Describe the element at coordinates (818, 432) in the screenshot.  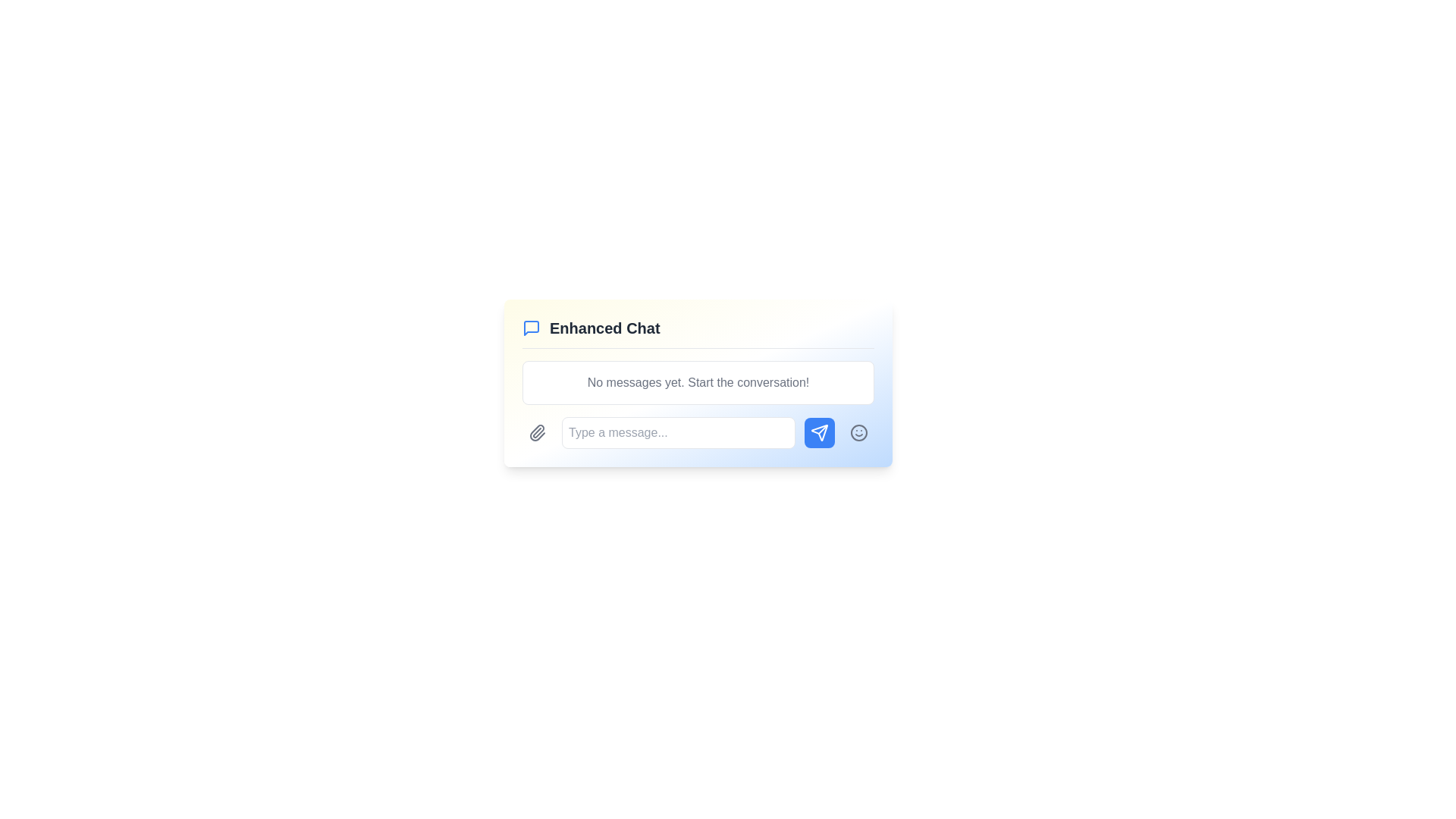
I see `the blue triangular 'Send' icon embedded within the circular button located at the bottom right of the chat interface` at that location.